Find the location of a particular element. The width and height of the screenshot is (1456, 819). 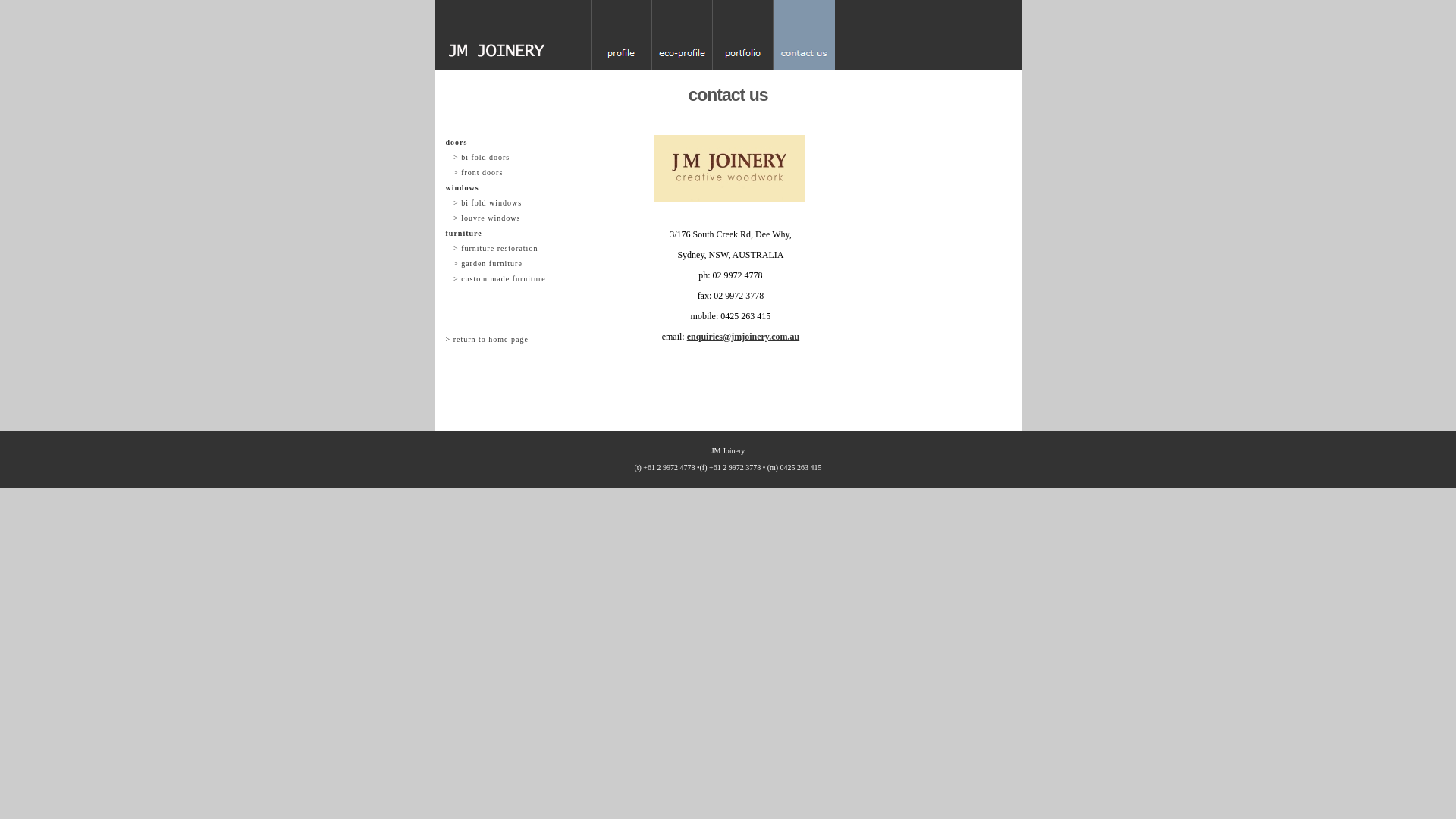

'enquiries@jmjoinery.com.au' is located at coordinates (742, 335).